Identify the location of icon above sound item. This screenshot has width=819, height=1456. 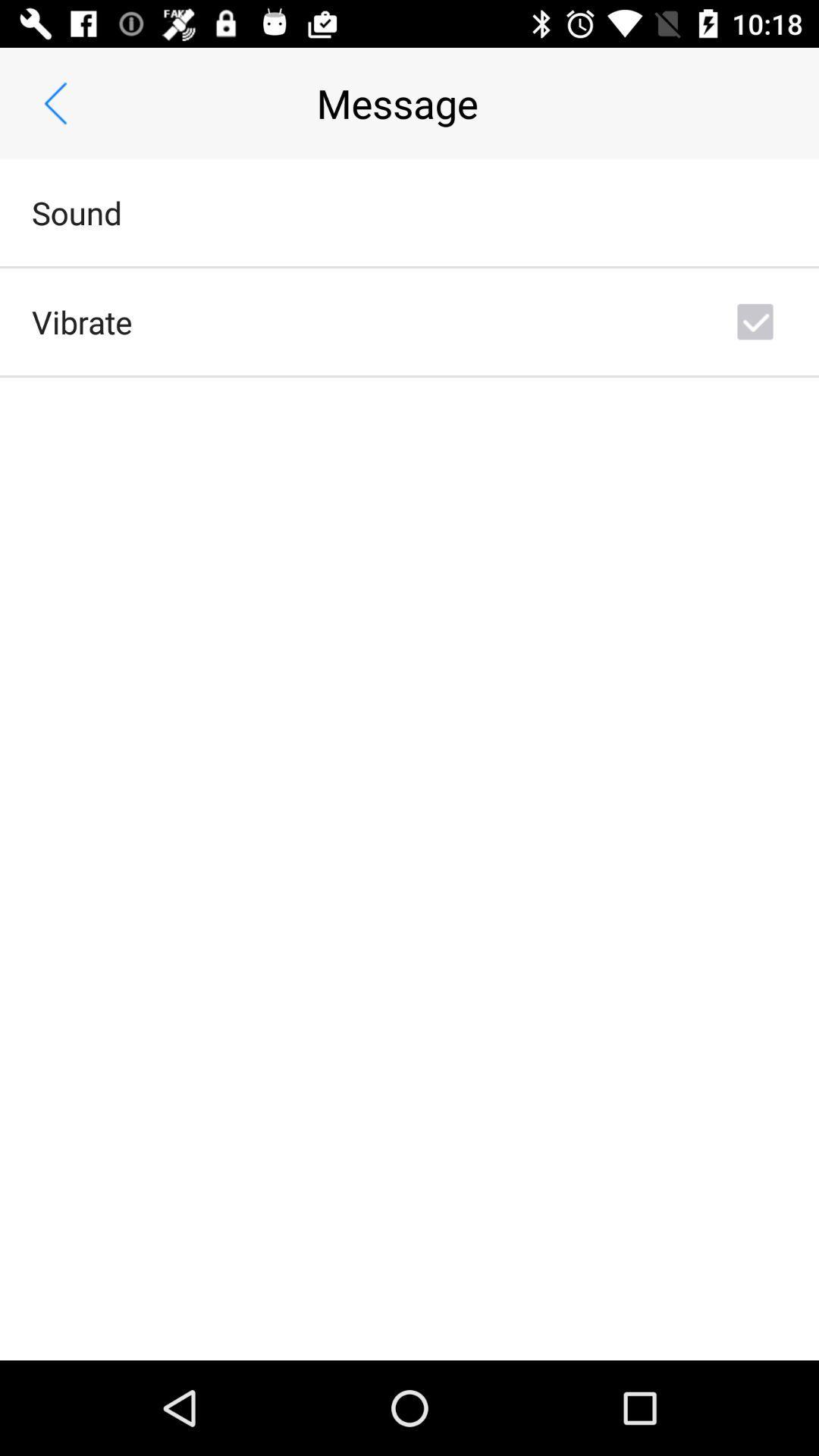
(55, 102).